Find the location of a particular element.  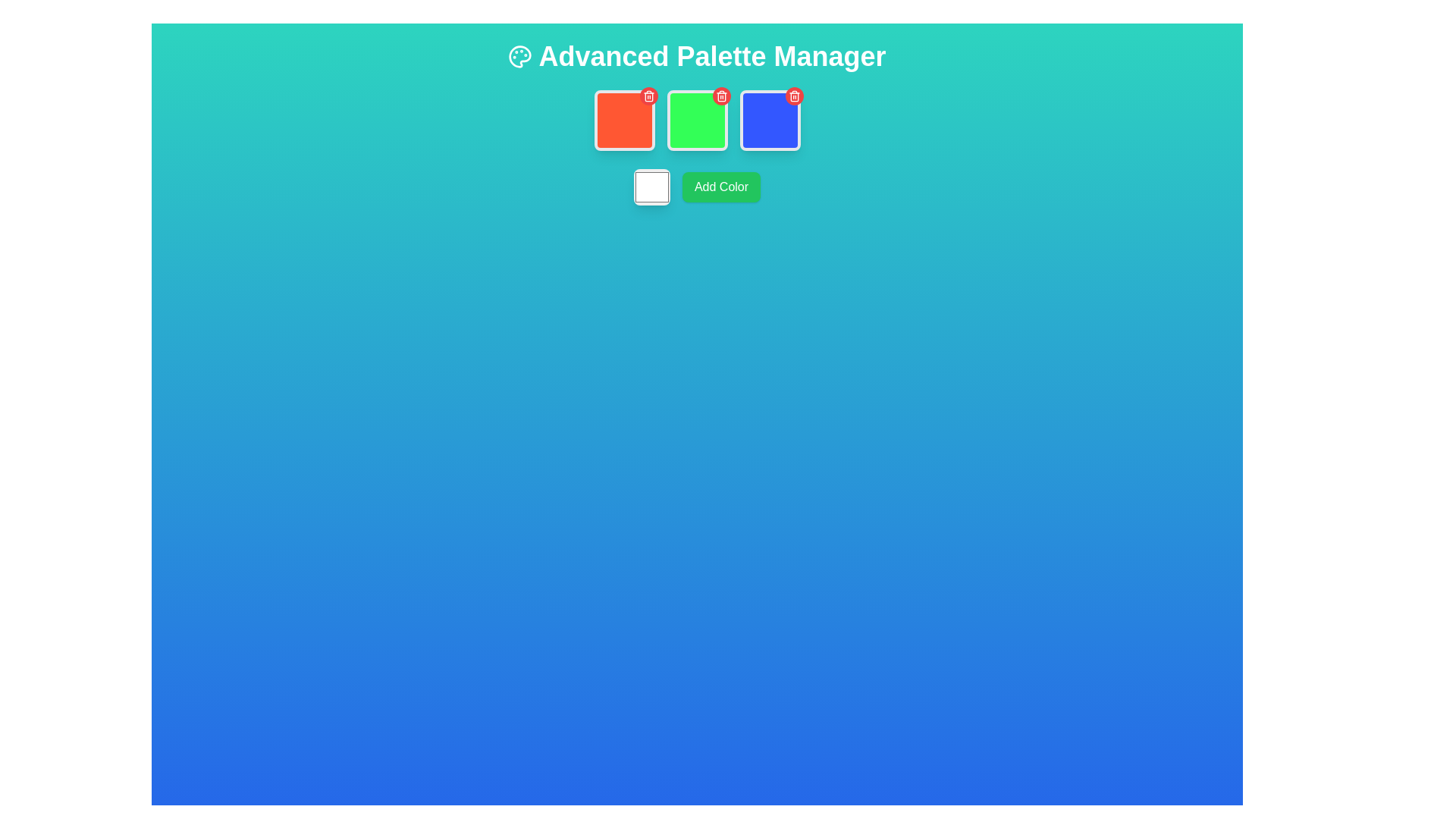

the delete button located at the top-right corner of the green tile, which is the second tile from the left in the row below the 'Advanced Palette Manager' title, to change its color is located at coordinates (720, 96).